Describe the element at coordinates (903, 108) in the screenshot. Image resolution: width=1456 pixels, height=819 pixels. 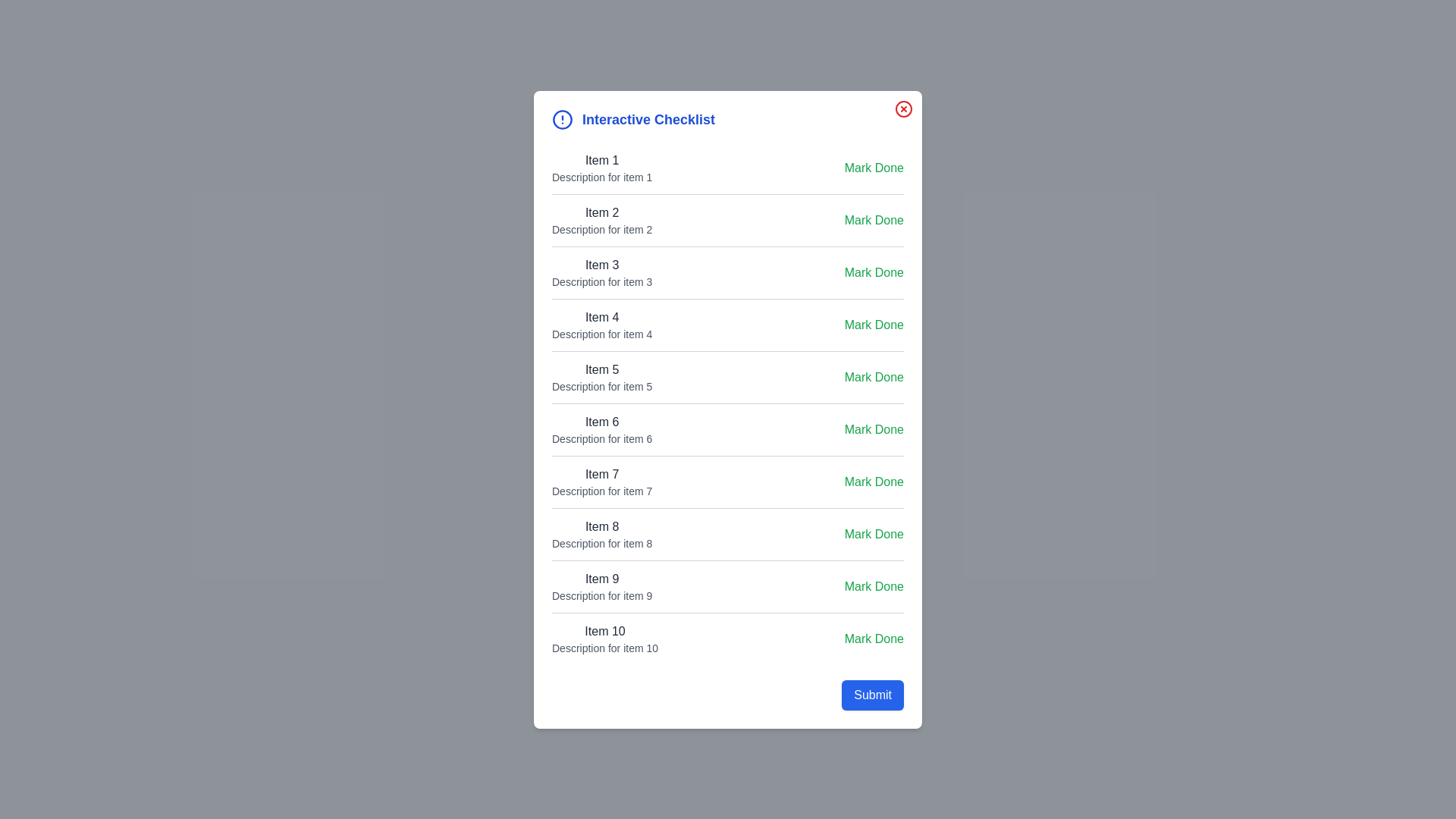
I see `the close button at the top-right corner of the dialog` at that location.